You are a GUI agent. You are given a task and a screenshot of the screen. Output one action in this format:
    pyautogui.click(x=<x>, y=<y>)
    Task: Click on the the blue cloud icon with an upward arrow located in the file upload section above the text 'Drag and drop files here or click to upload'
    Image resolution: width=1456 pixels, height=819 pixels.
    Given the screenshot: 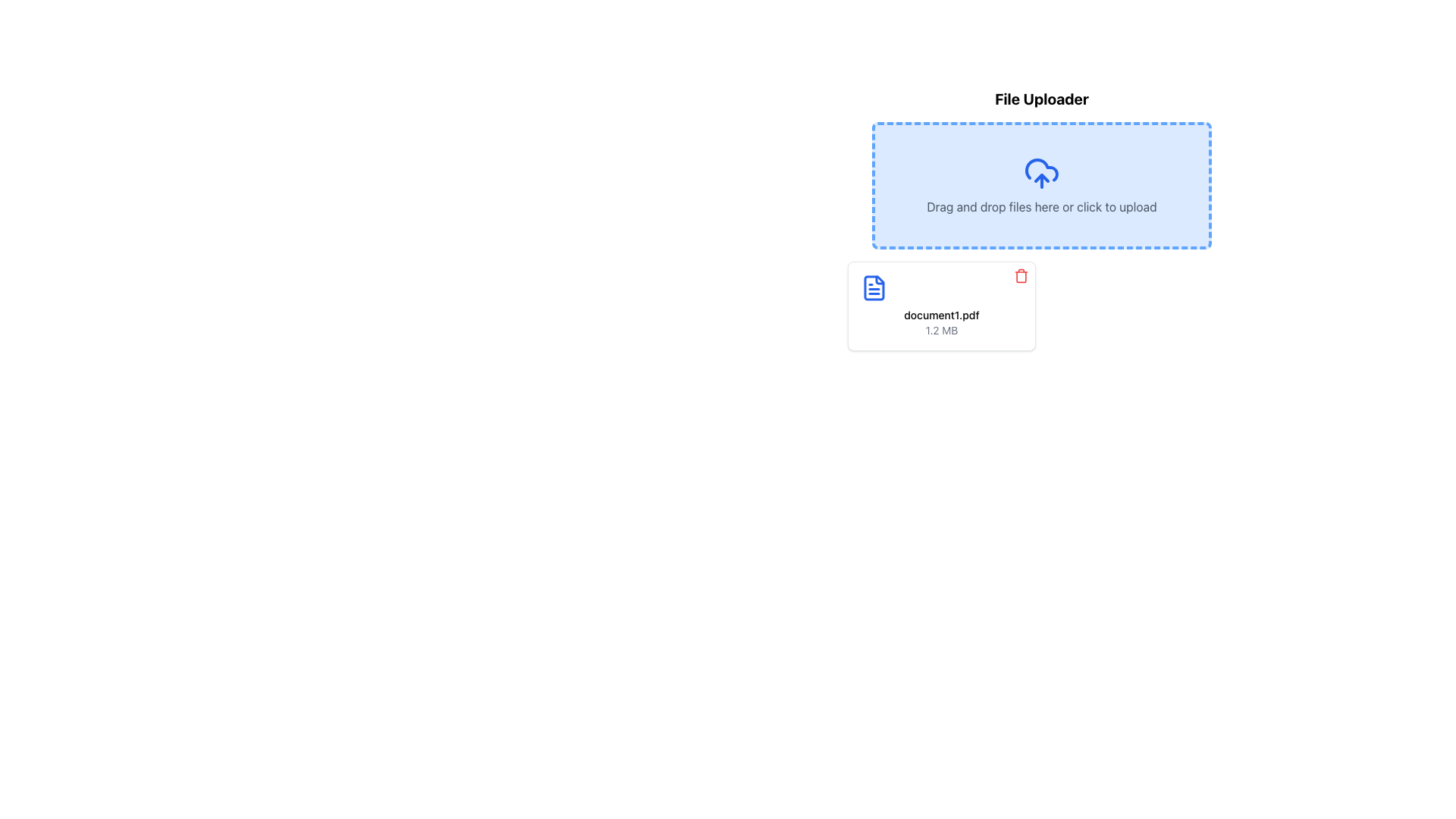 What is the action you would take?
    pyautogui.click(x=1040, y=172)
    